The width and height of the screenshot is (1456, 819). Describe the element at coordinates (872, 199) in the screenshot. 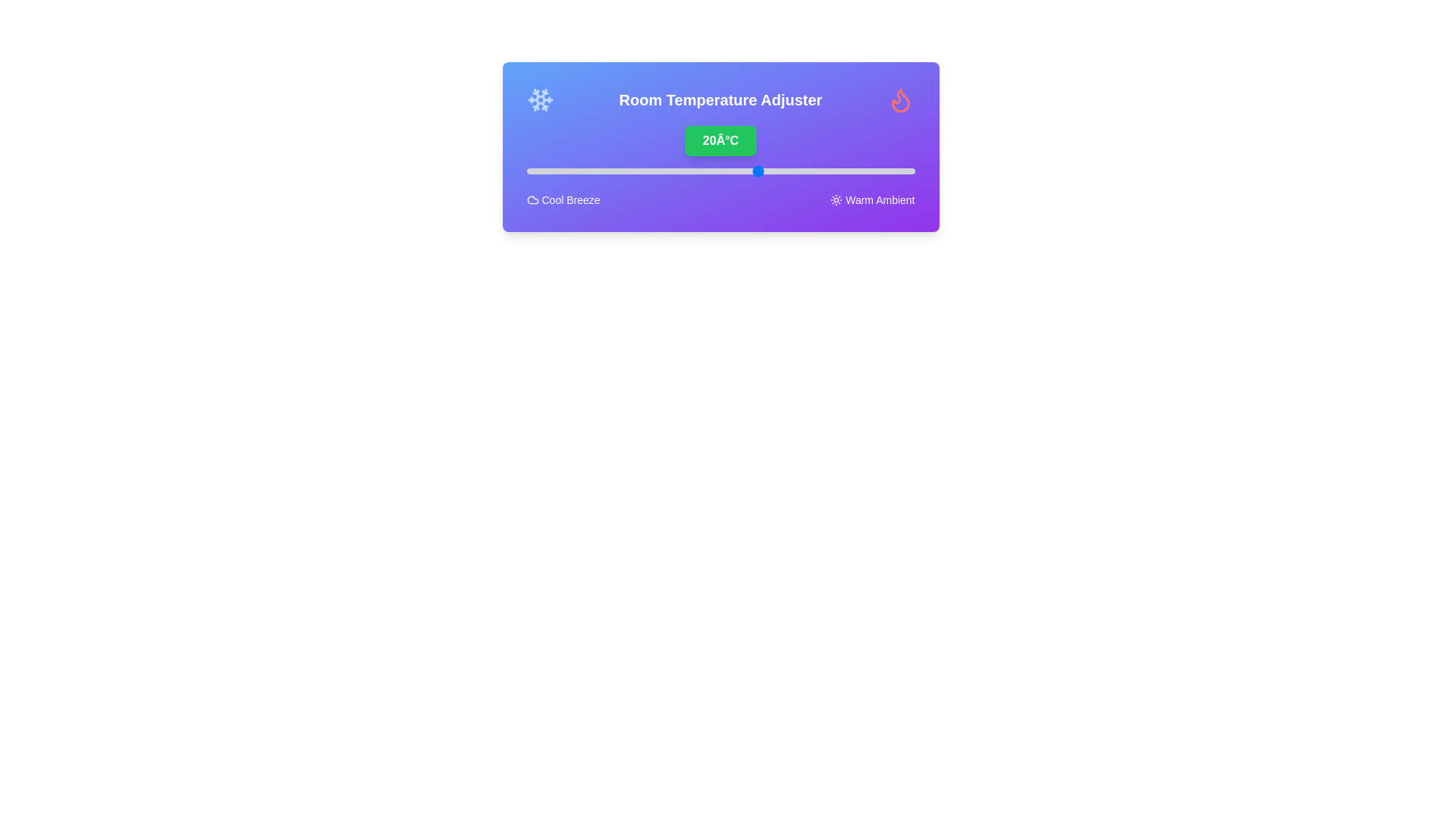

I see `the 'Warm Ambient' text and icon` at that location.